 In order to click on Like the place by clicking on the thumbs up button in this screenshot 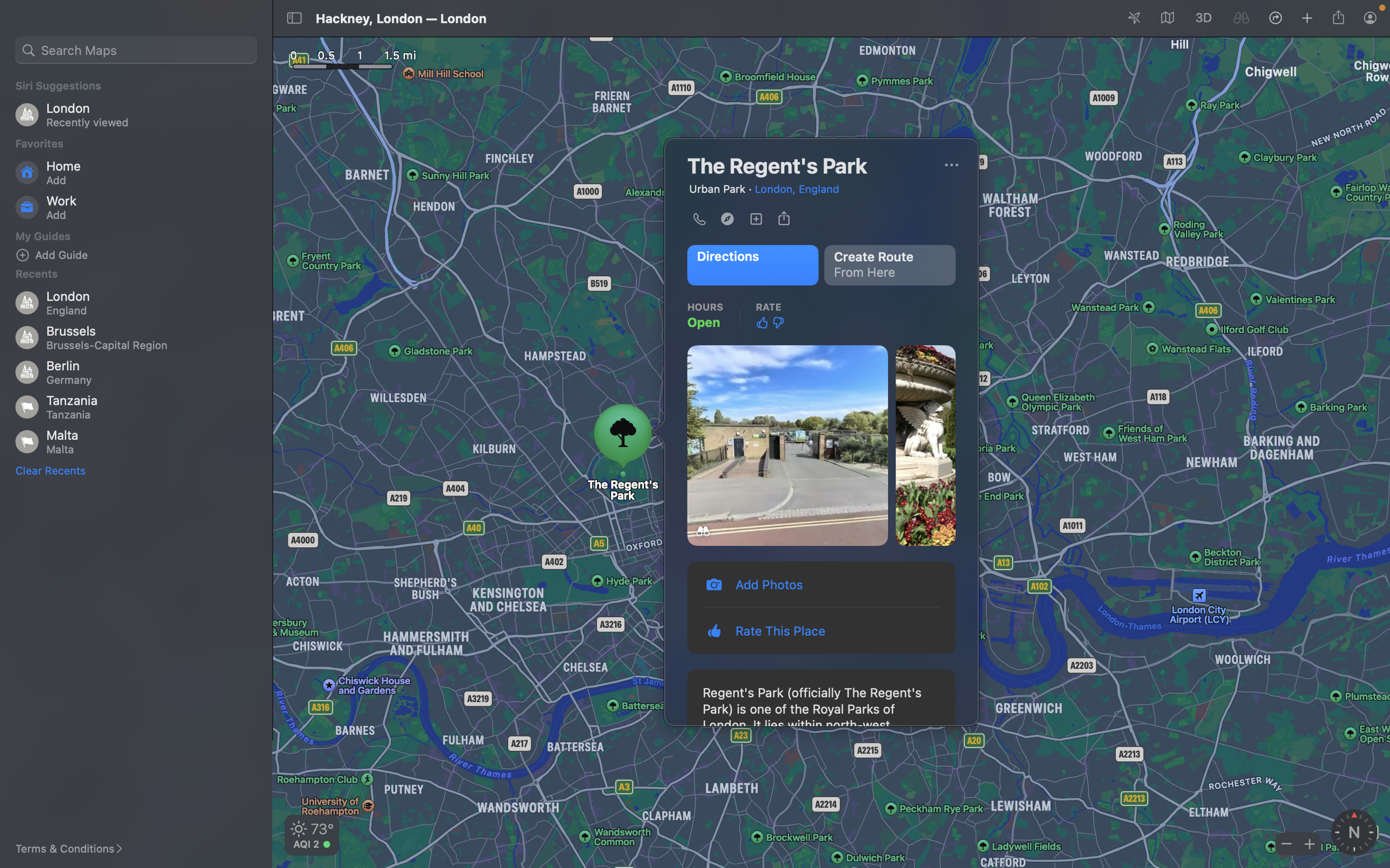, I will do `click(762, 322)`.